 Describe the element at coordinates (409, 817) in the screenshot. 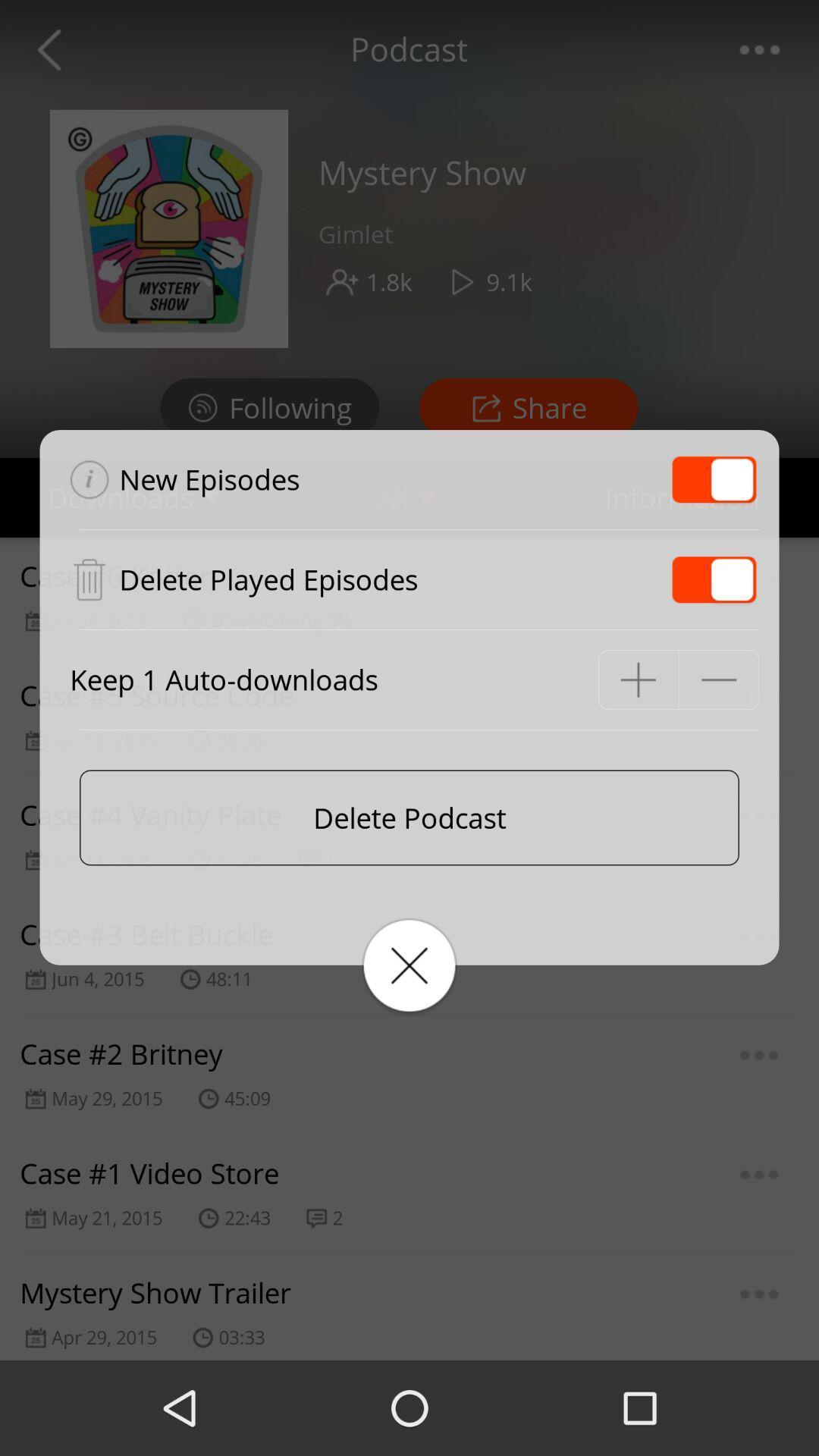

I see `delete podcast icon` at that location.